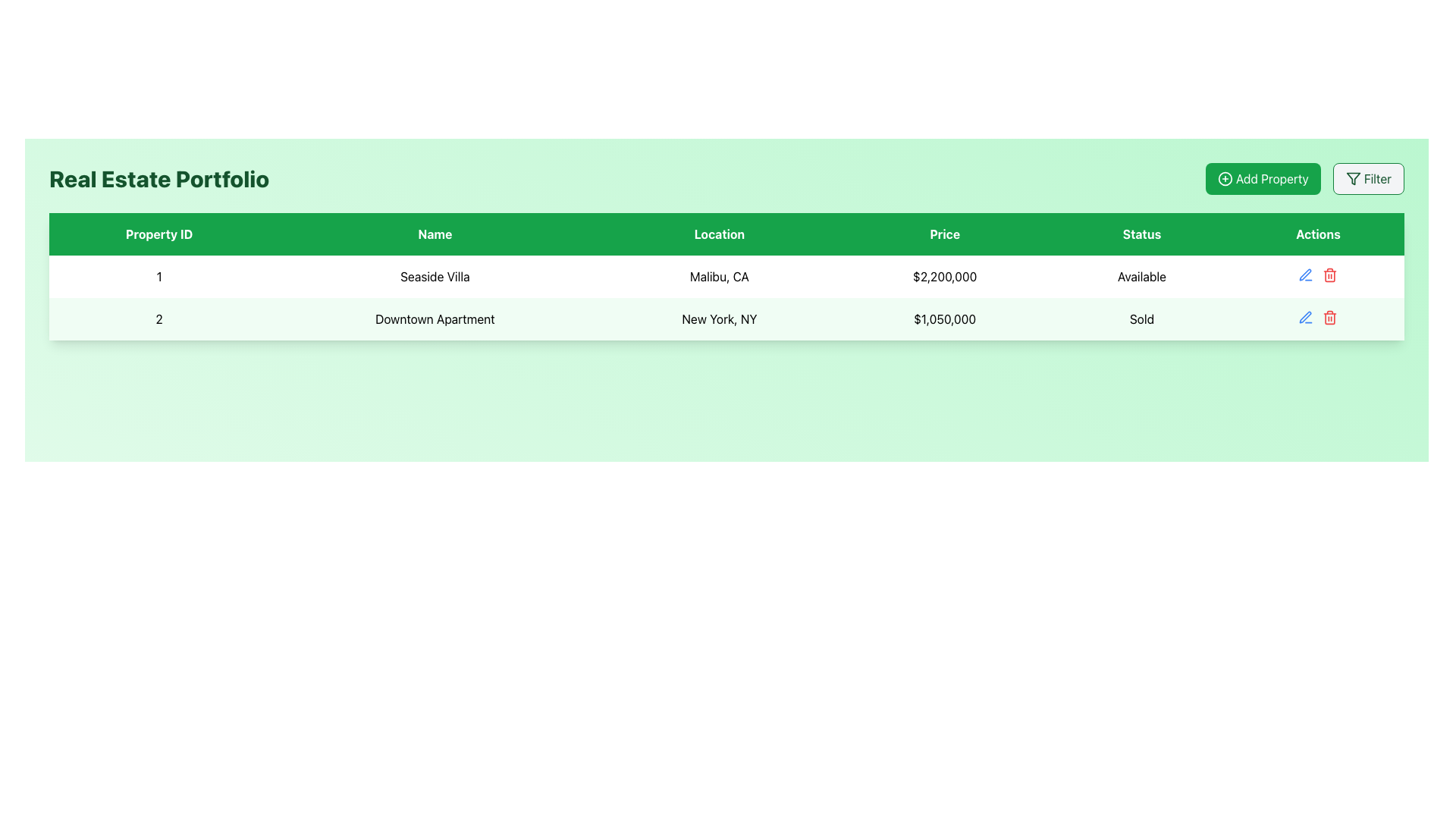  I want to click on price displayed in the table cell located in the fourth column of the second row, which shows the text '$1,050,000' in a black font within a pale green rectangular cell, so click(944, 318).